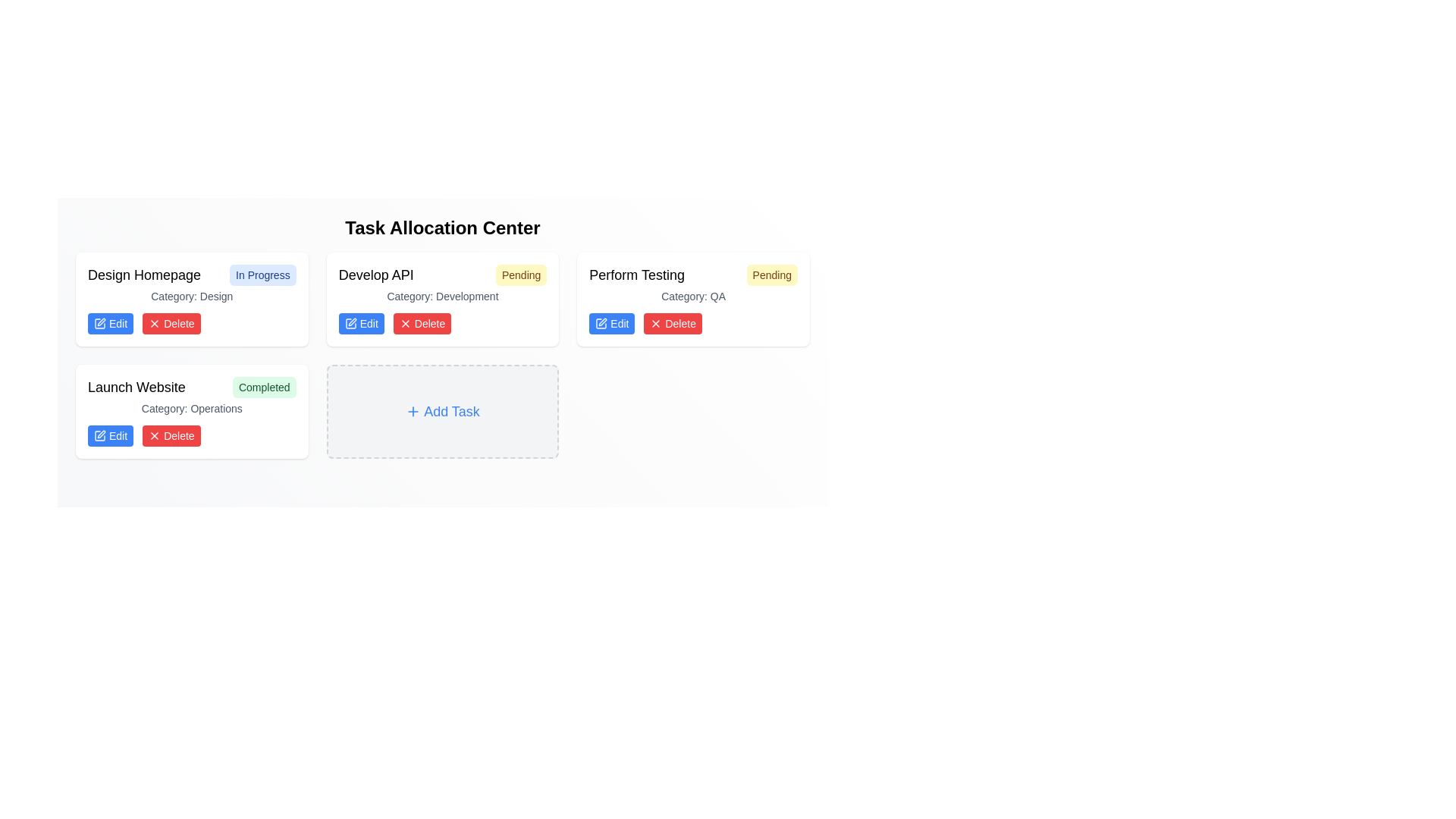  Describe the element at coordinates (99, 323) in the screenshot. I see `the pen icon within the 'Edit' button located under the 'Design Homepage' task card, which is to the left of the red 'Delete' button` at that location.